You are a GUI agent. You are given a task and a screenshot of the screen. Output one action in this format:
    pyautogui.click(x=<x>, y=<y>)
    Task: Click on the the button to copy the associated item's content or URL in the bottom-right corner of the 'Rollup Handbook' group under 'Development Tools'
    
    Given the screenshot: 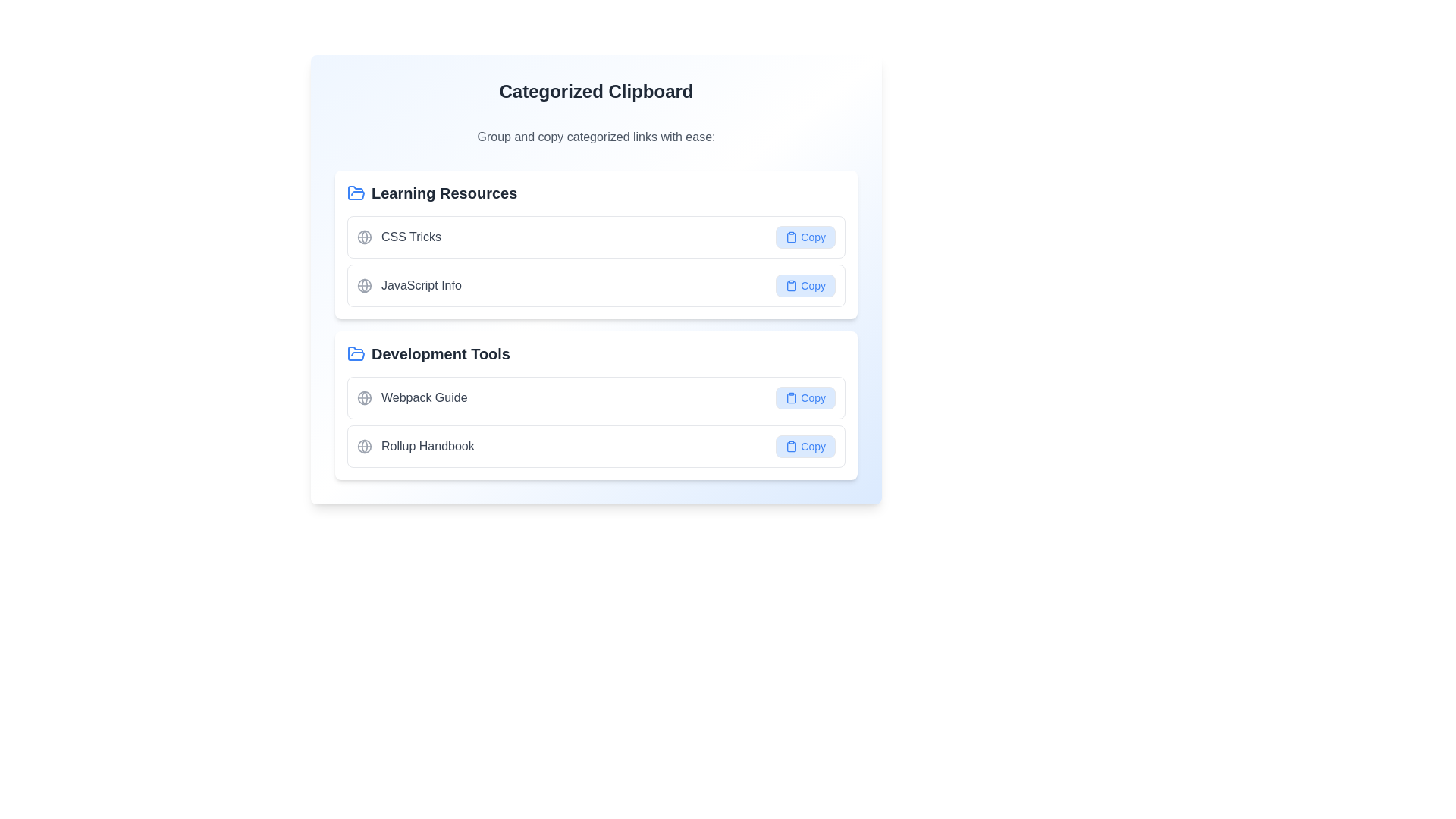 What is the action you would take?
    pyautogui.click(x=805, y=446)
    